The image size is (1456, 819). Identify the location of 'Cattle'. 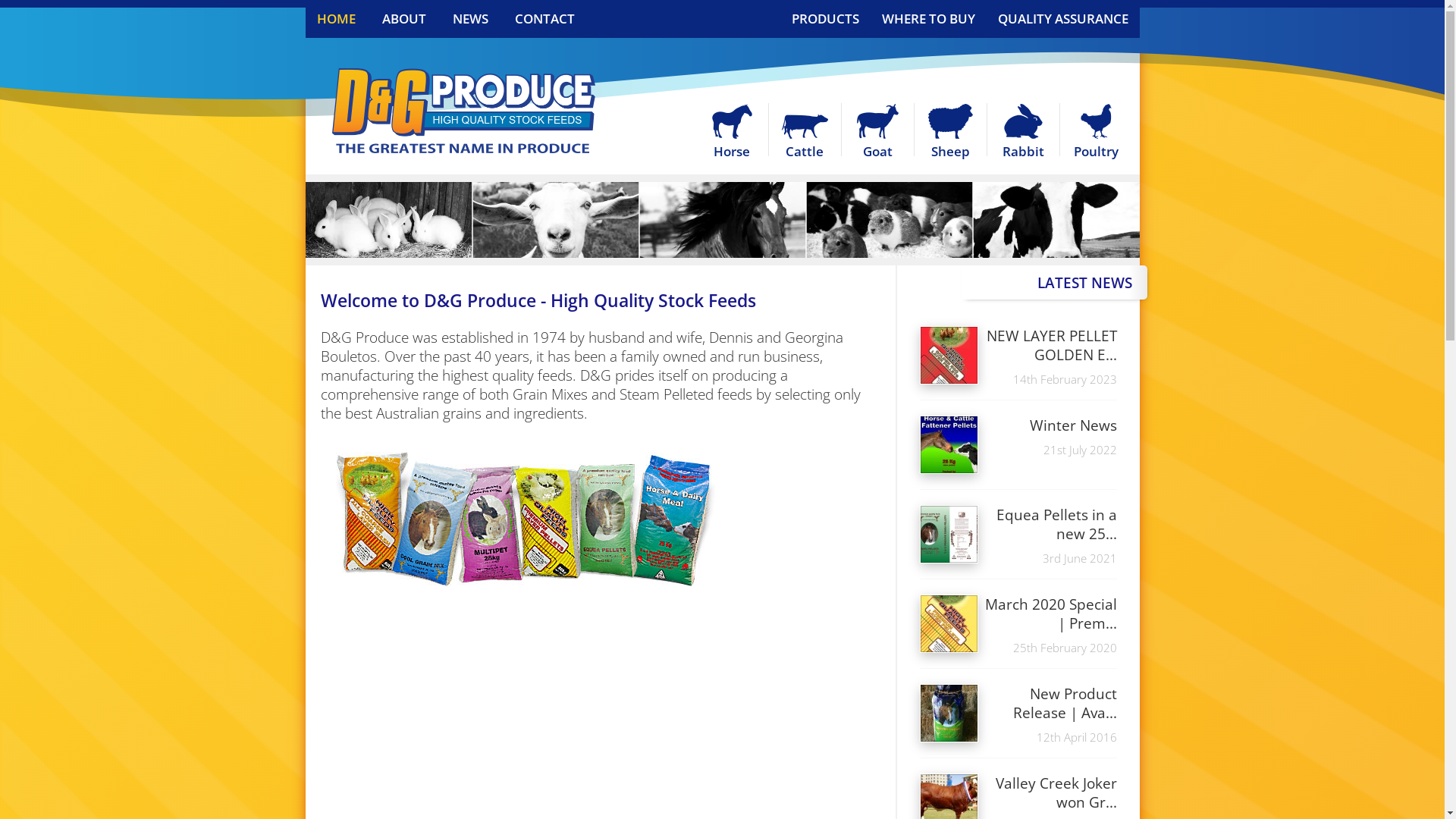
(804, 131).